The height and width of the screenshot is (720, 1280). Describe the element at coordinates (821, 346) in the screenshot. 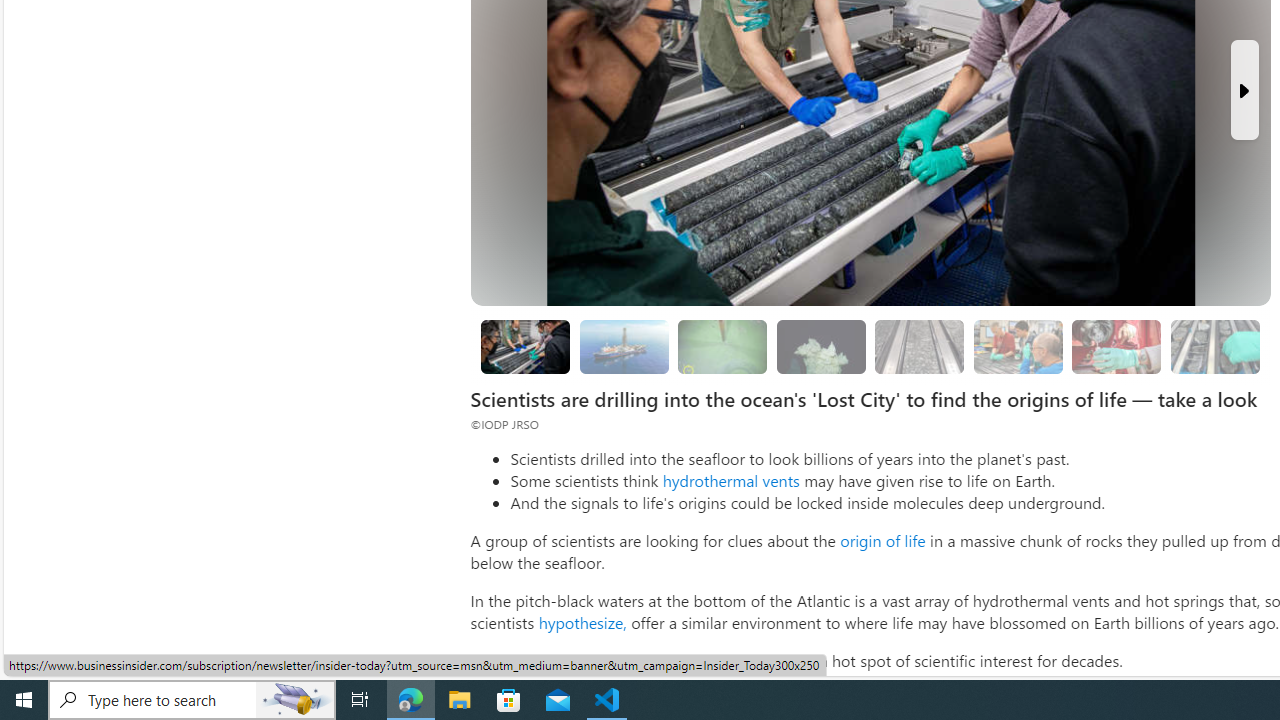

I see `'The Lost City could hold clues to the origin of life.'` at that location.